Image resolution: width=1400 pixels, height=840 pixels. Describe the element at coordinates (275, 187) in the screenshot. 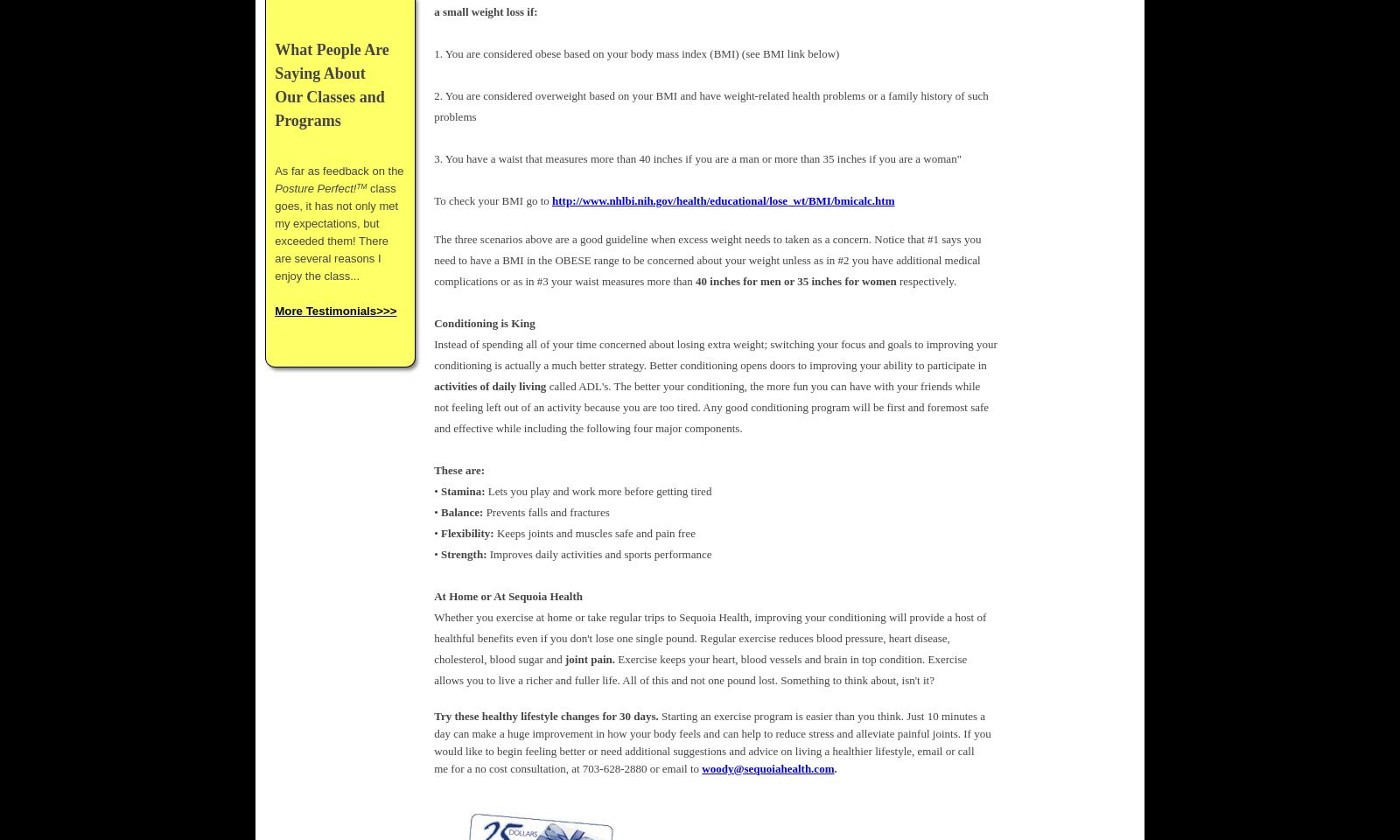

I see `'Posture Perfect!'` at that location.